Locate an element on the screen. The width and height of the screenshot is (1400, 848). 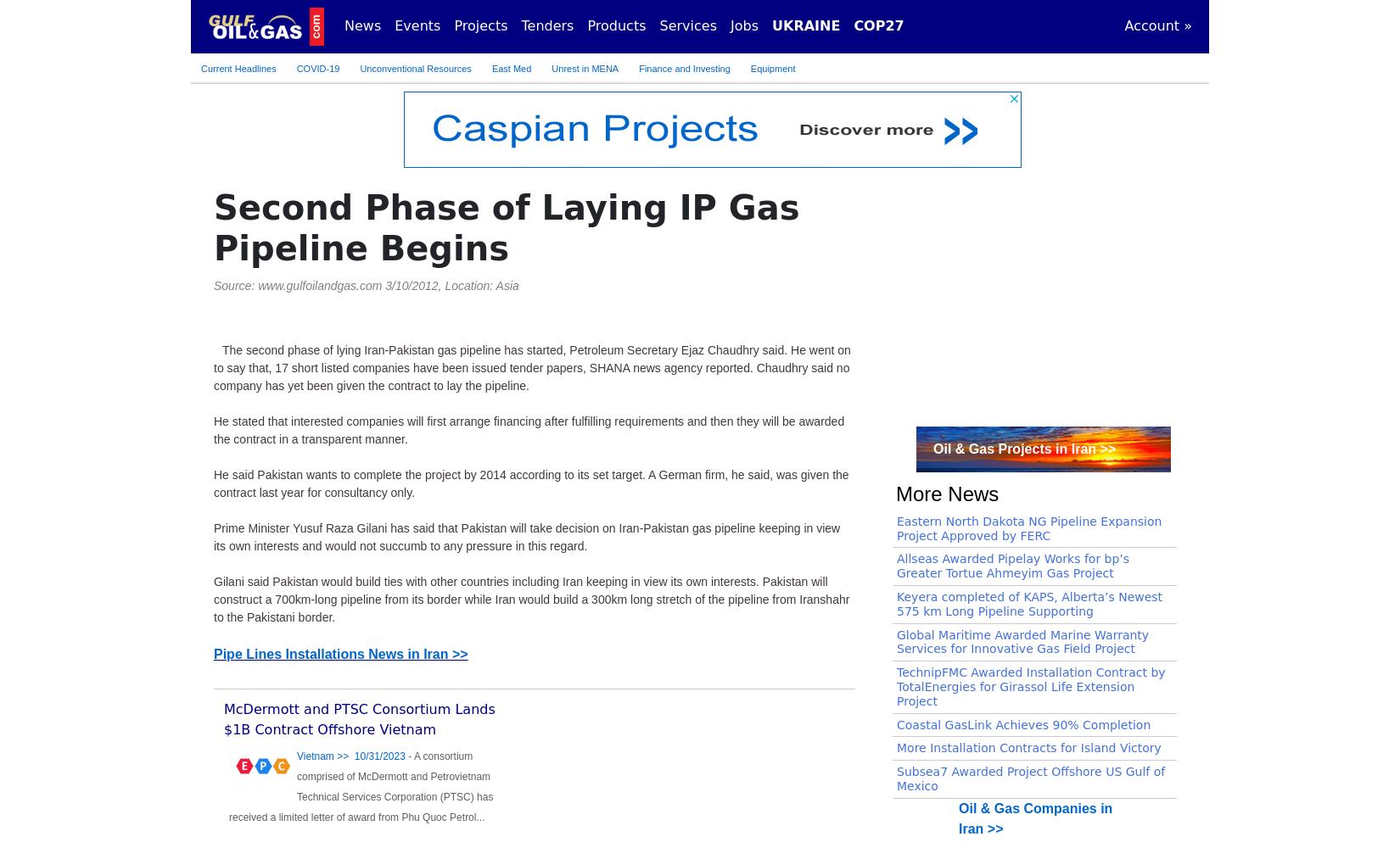
'TechnipFMC Awarded Installation Contract by TotalEnergies for Girassol Life Extension Project' is located at coordinates (1031, 686).